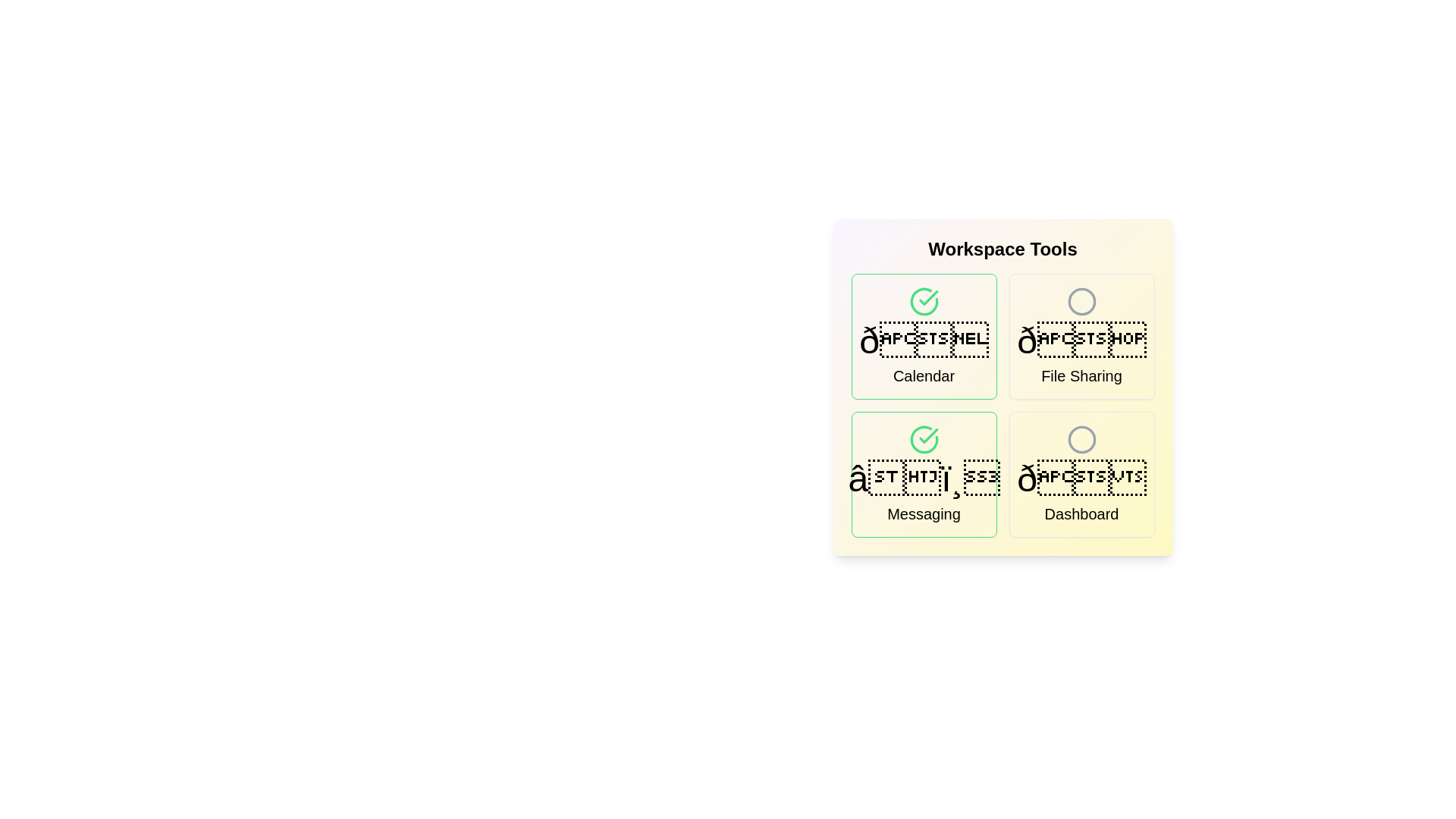 The image size is (1456, 819). I want to click on the tool identified by Dashboard, so click(1081, 473).